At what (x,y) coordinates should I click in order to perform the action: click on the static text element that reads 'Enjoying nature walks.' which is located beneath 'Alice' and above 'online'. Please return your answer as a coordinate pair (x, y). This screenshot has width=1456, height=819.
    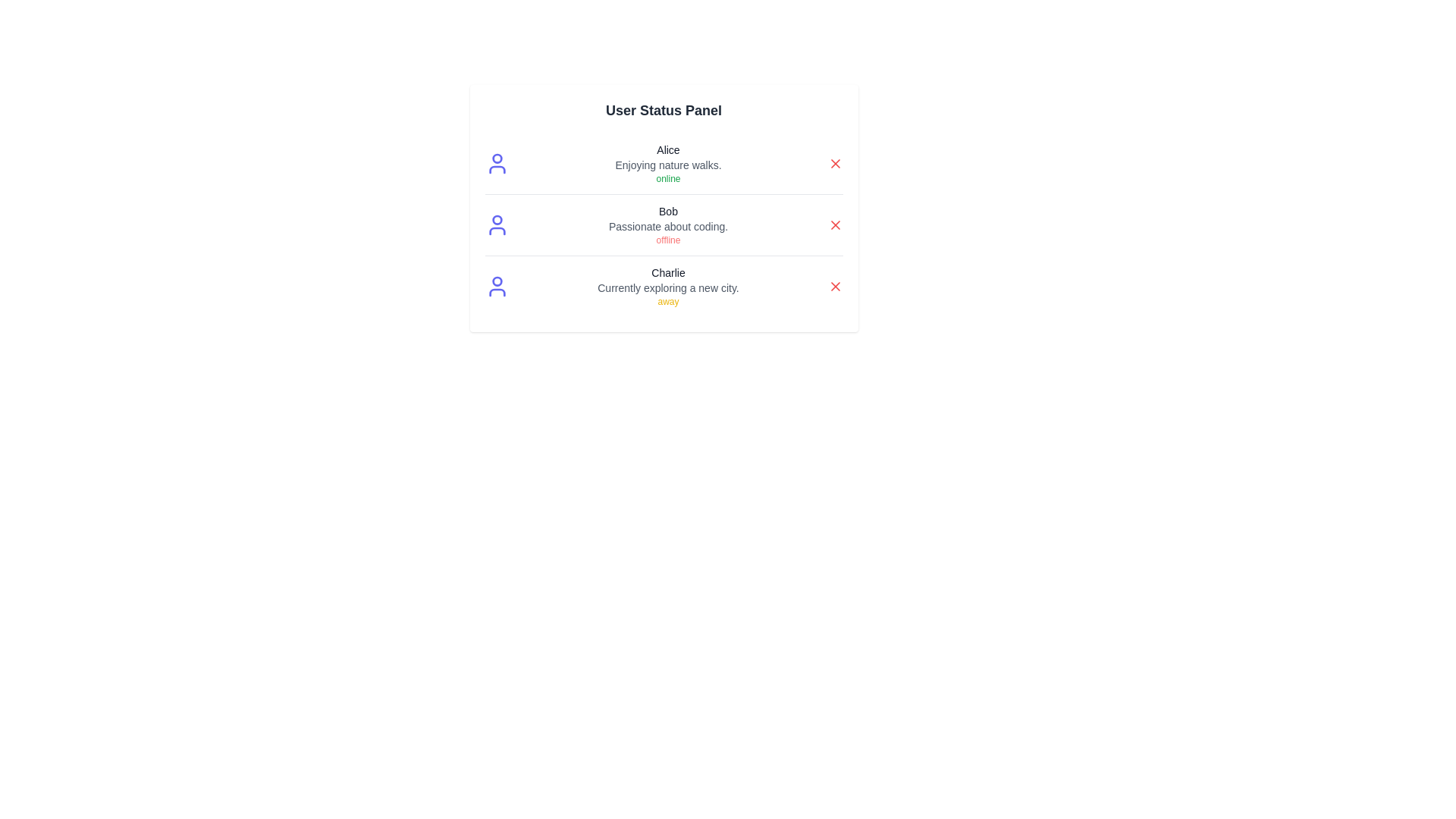
    Looking at the image, I should click on (667, 165).